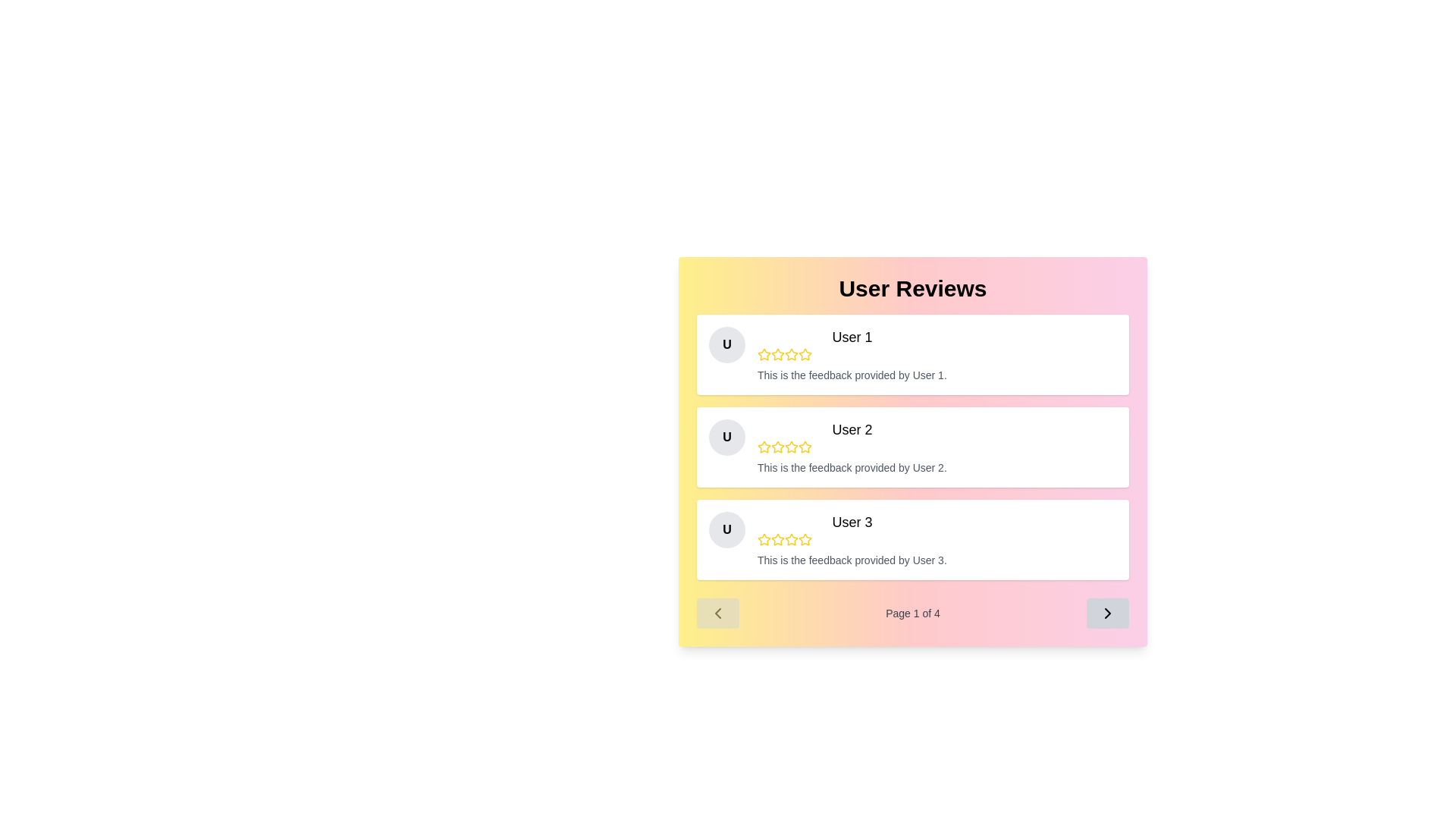 The width and height of the screenshot is (1456, 819). I want to click on the third star in the Star Rating Icon, so click(790, 354).